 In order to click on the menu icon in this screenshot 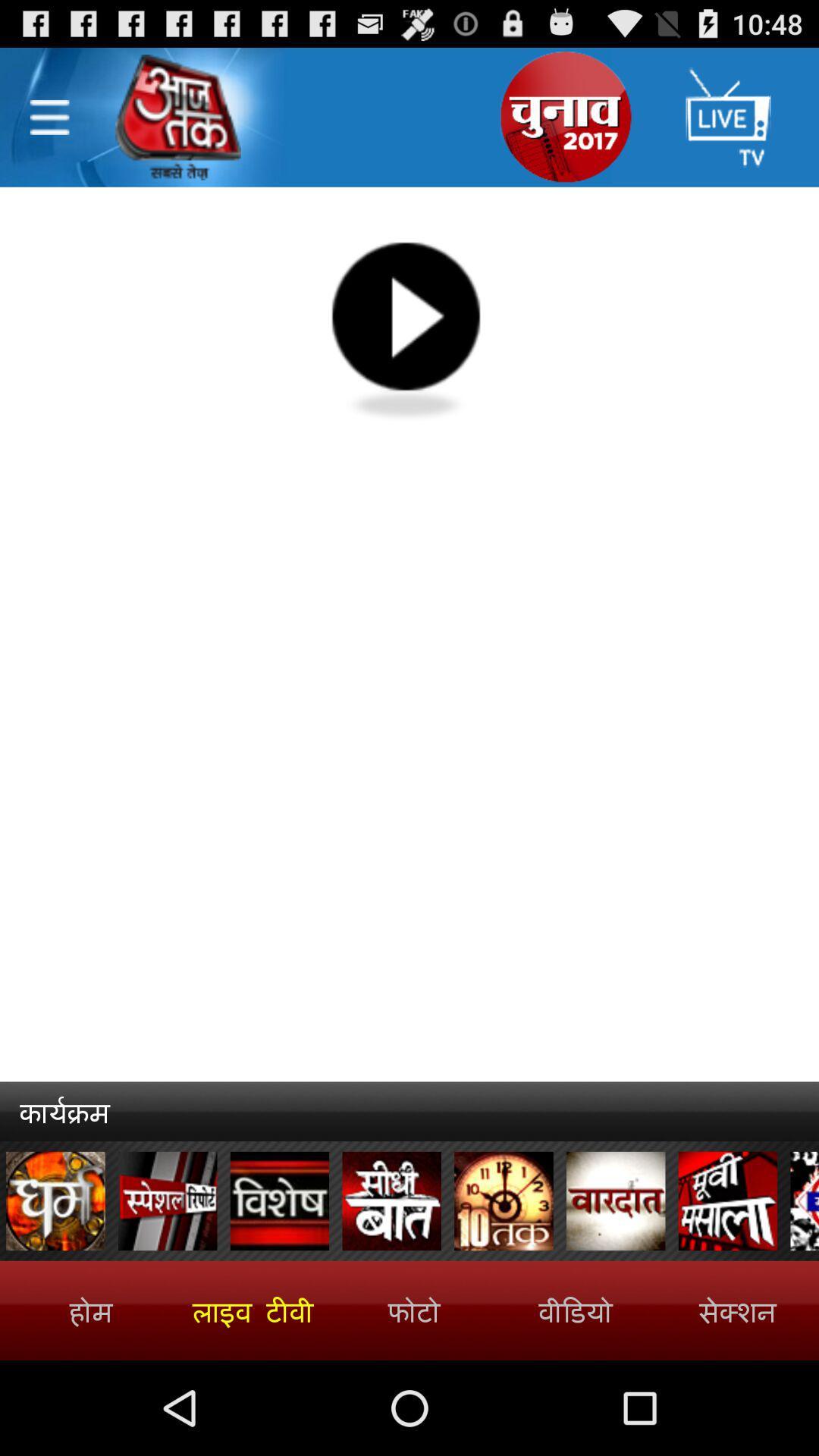, I will do `click(49, 125)`.